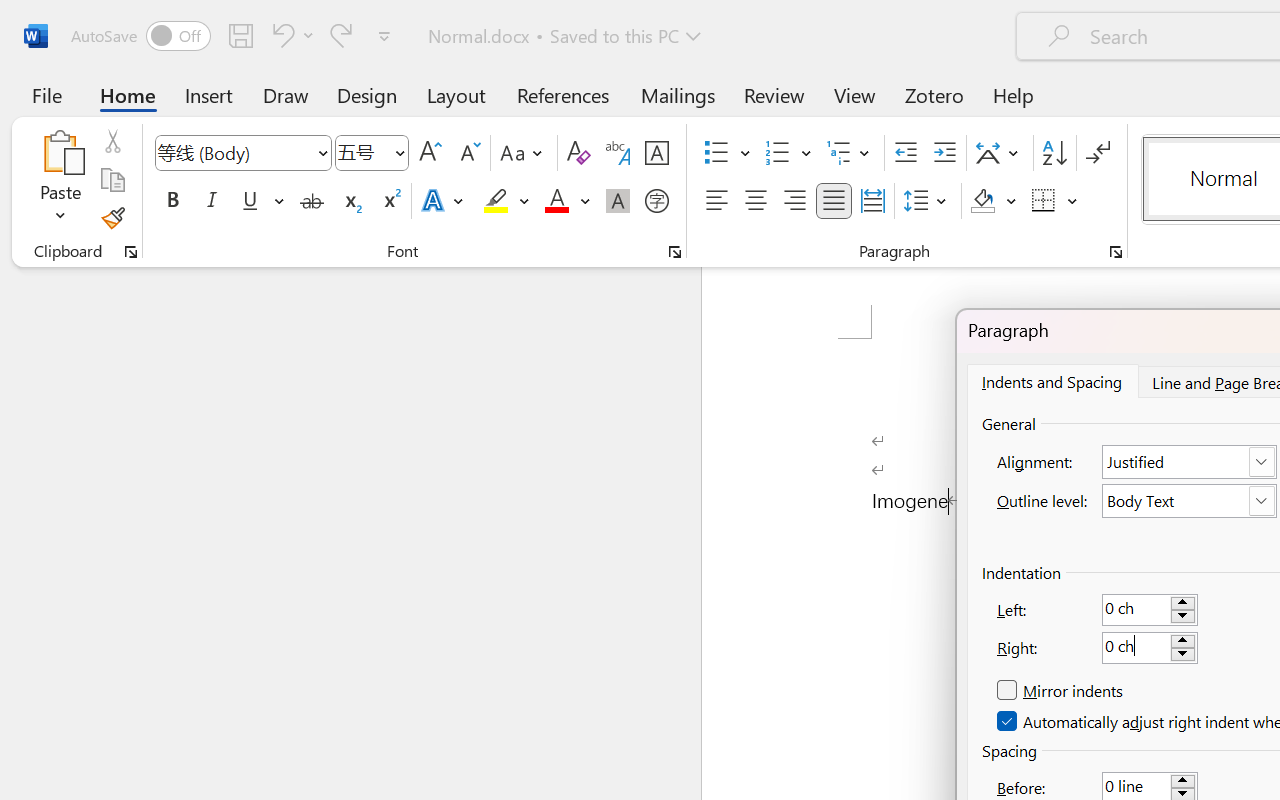 The width and height of the screenshot is (1280, 800). I want to click on 'Undo Typing', so click(289, 34).